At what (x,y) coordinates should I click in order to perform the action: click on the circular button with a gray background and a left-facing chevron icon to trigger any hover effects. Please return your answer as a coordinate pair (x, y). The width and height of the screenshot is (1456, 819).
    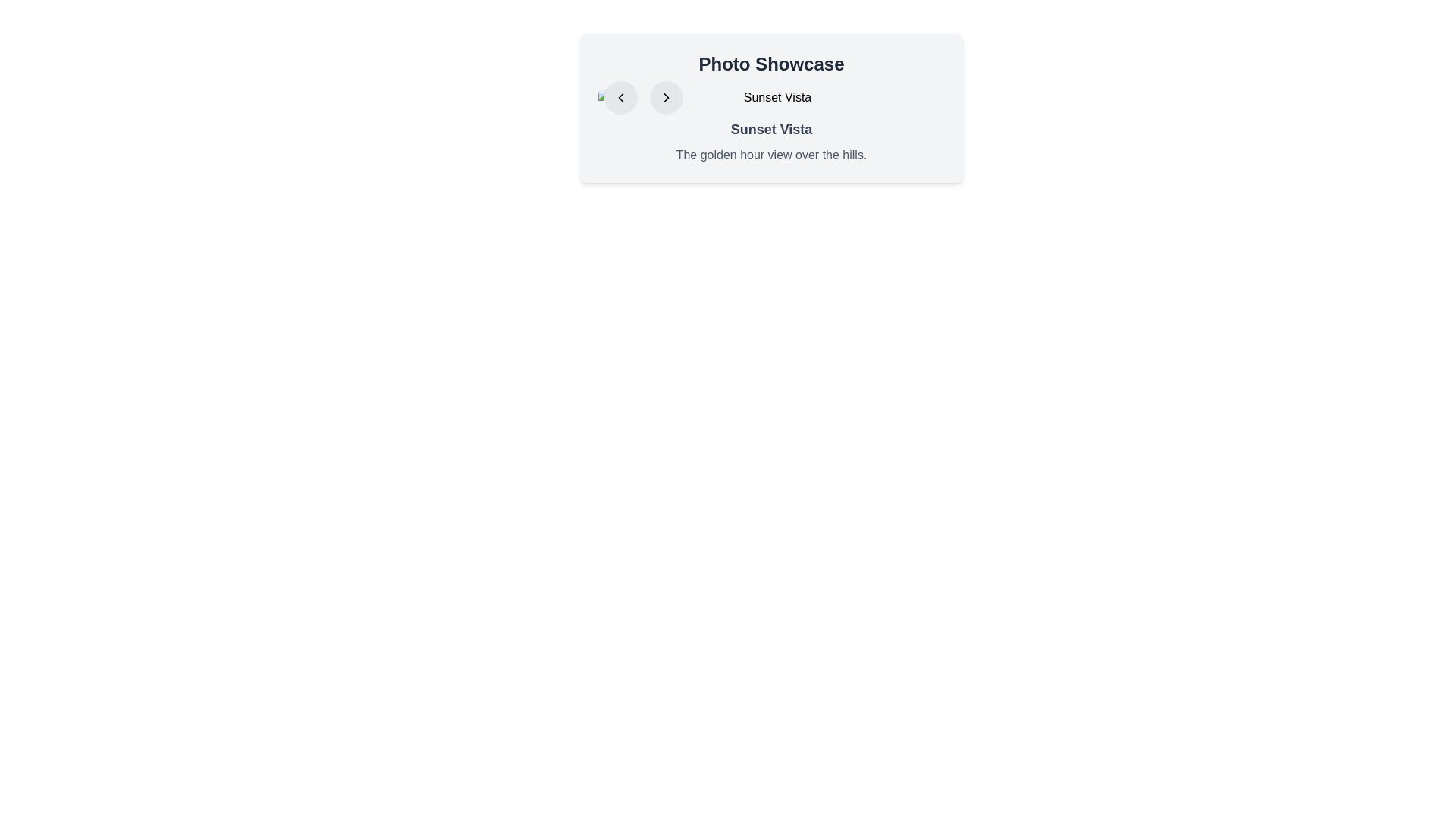
    Looking at the image, I should click on (621, 97).